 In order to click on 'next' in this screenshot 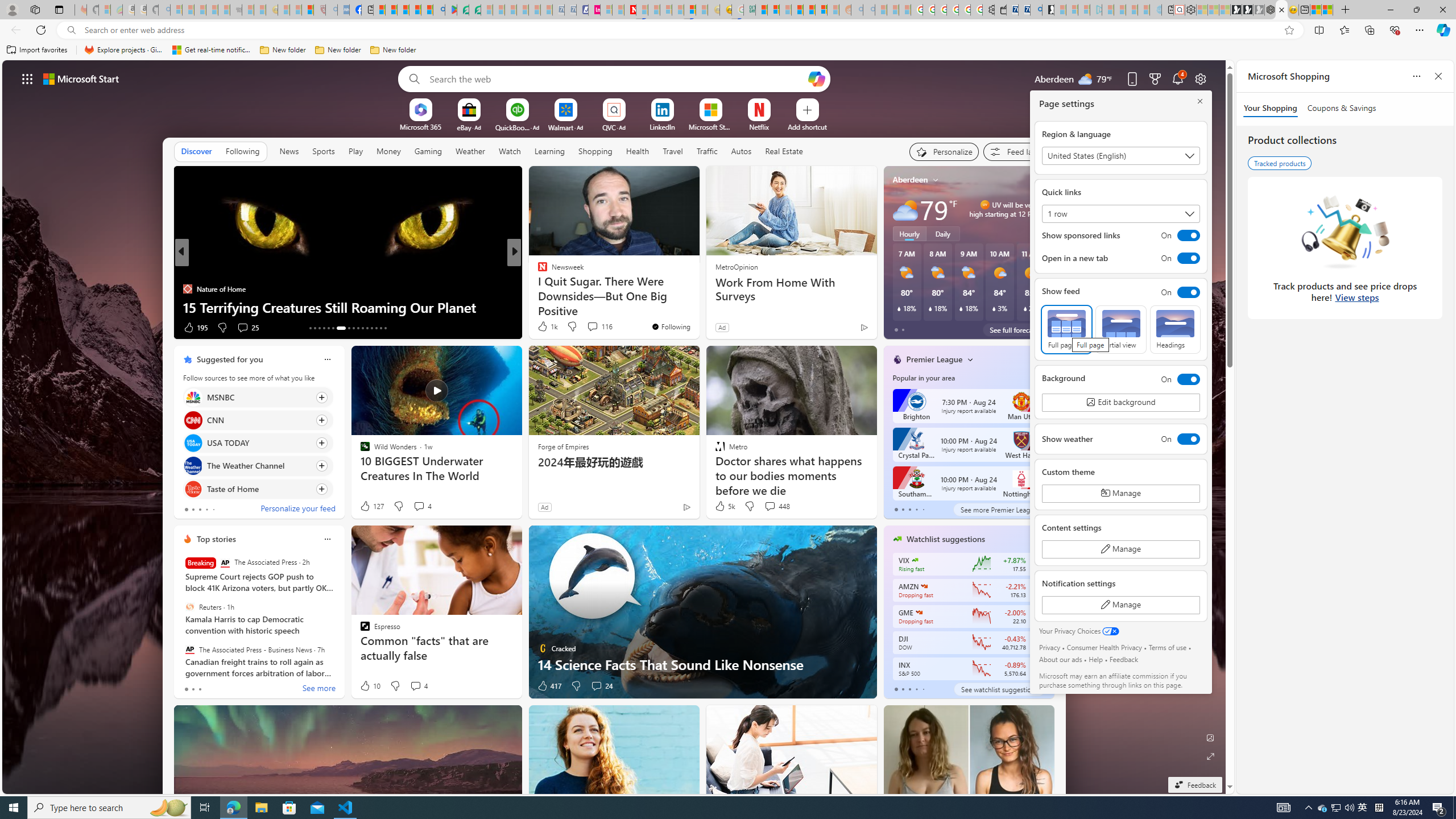, I will do `click(1048, 252)`.